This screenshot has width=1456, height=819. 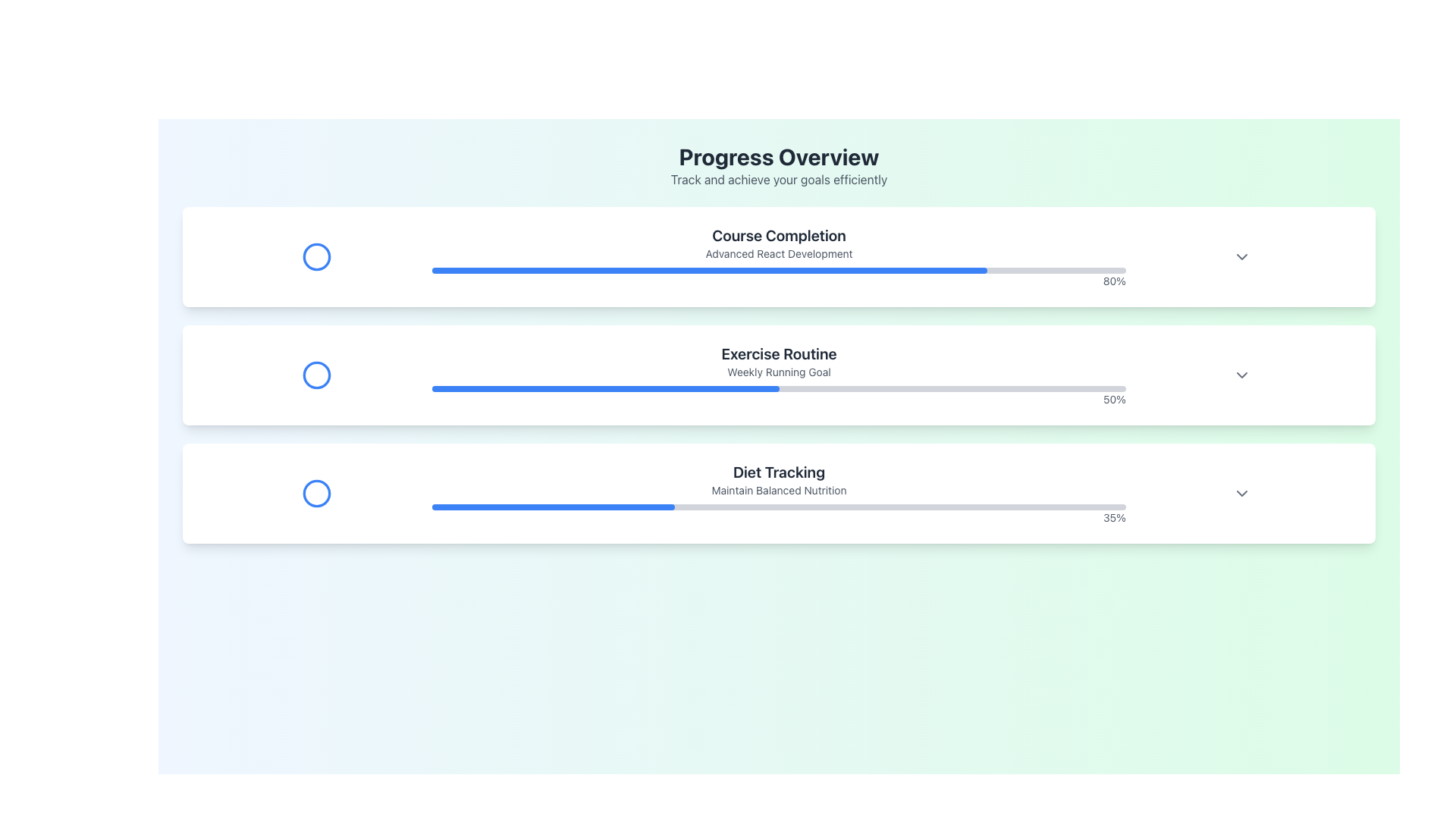 What do you see at coordinates (779, 375) in the screenshot?
I see `the Progress Tracker Card, which displays 'Exercise Routine' in bold and has a progress bar indicating '50%'` at bounding box center [779, 375].